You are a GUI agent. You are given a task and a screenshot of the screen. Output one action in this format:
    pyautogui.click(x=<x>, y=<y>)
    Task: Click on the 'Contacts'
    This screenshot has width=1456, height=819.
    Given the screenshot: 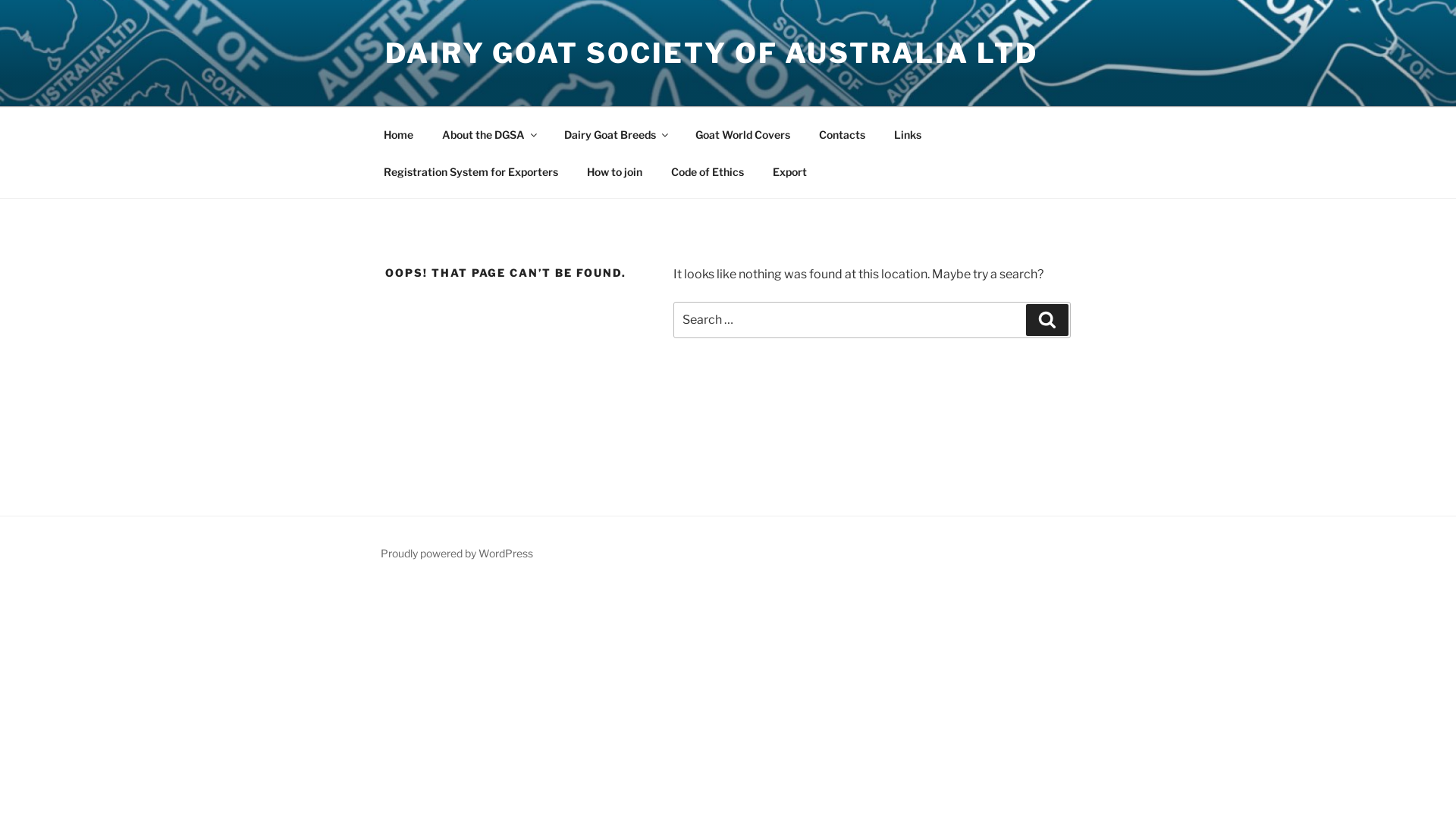 What is the action you would take?
    pyautogui.click(x=840, y=133)
    